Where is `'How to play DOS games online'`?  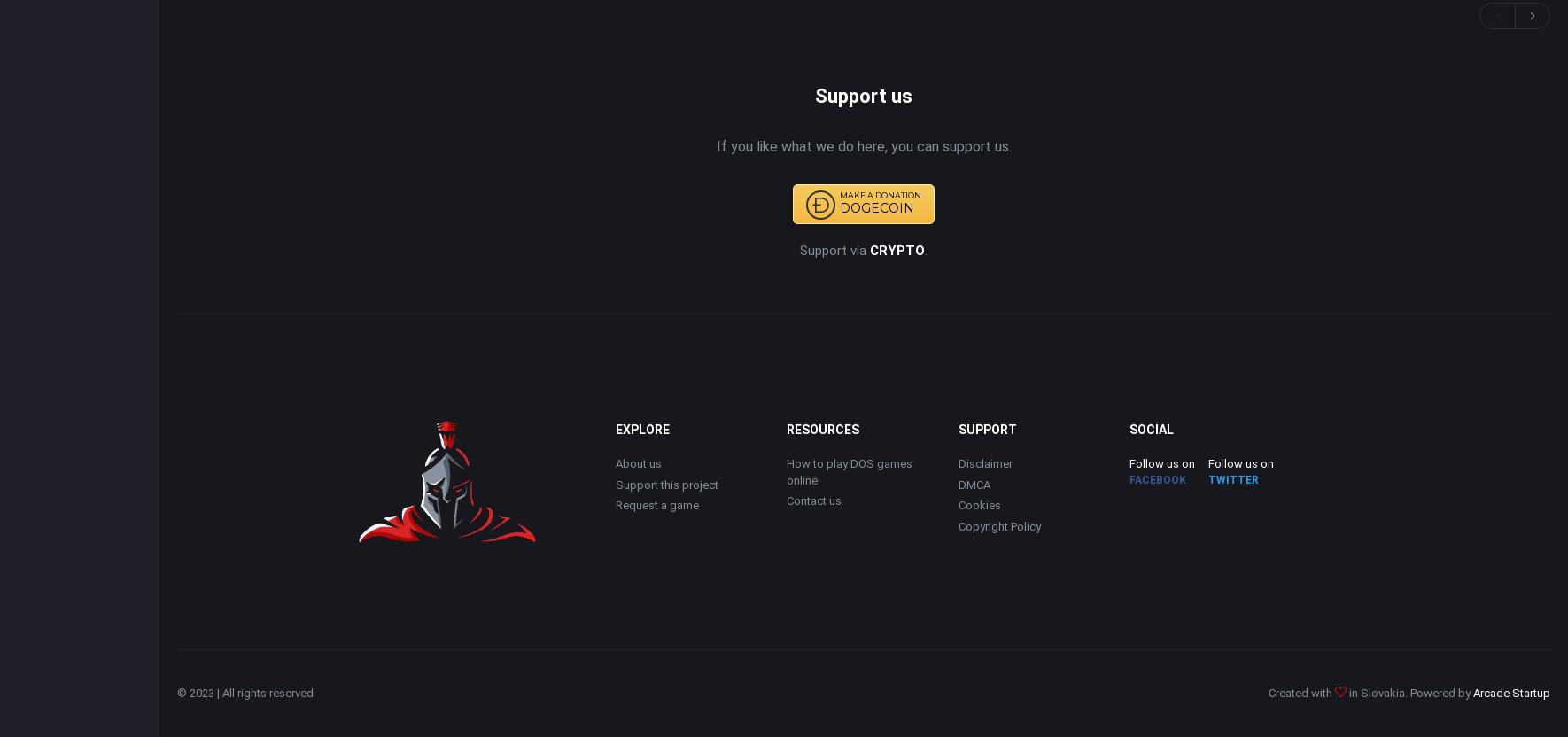
'How to play DOS games online' is located at coordinates (848, 470).